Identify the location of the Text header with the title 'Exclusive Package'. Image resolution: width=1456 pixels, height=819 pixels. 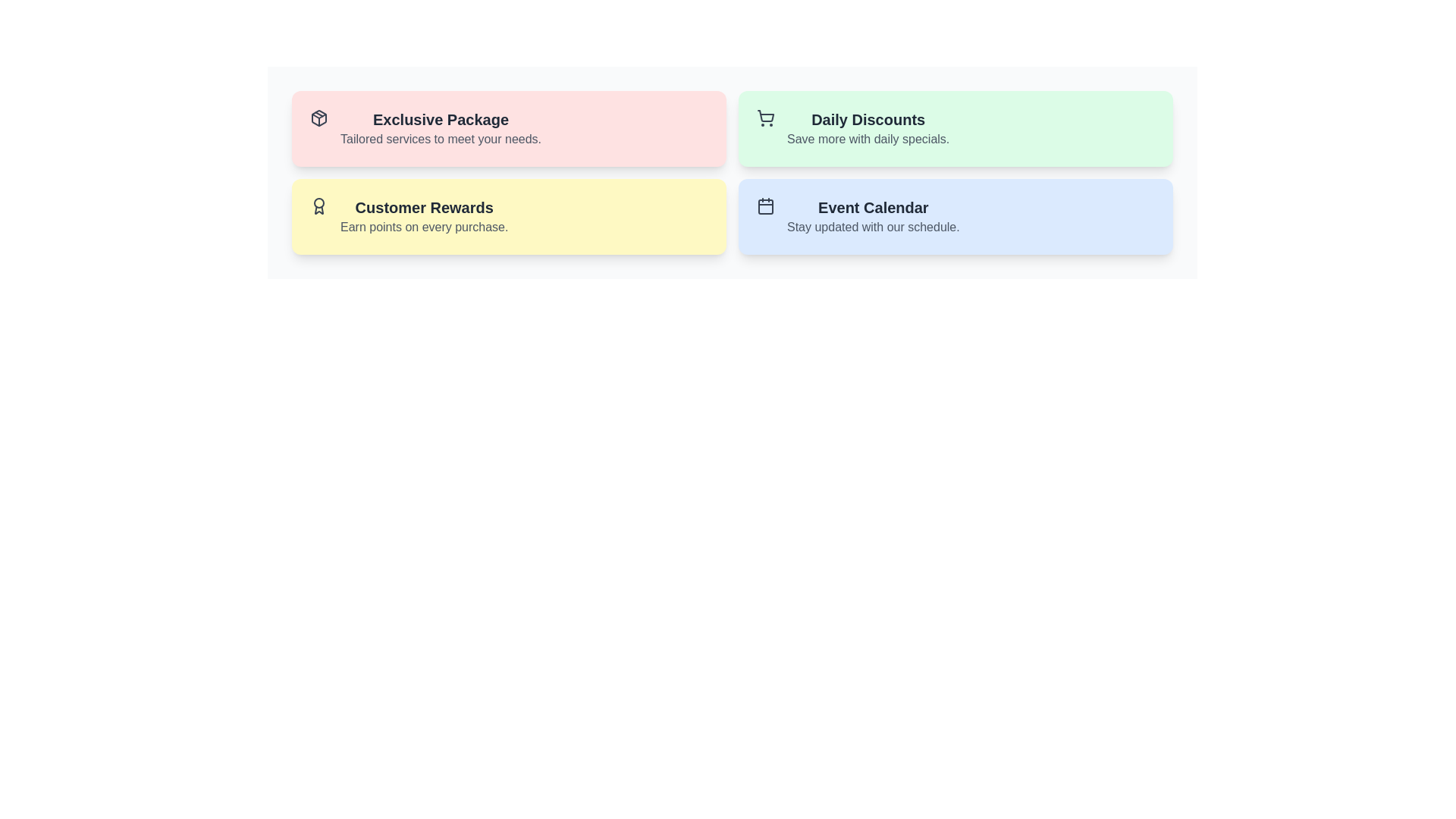
(440, 127).